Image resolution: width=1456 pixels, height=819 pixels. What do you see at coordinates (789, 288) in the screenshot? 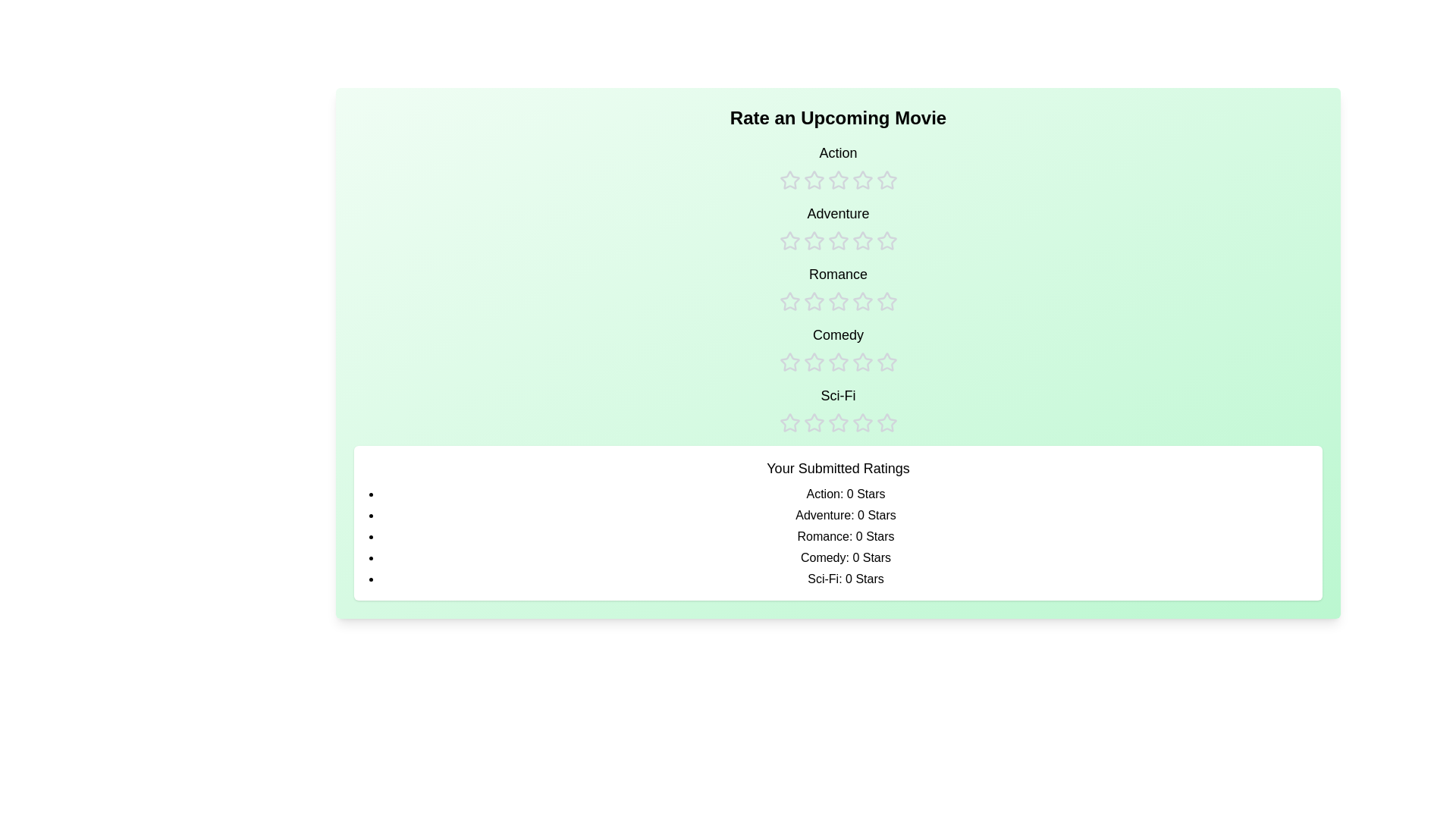
I see `the rating for the Romance category to 1 stars` at bounding box center [789, 288].